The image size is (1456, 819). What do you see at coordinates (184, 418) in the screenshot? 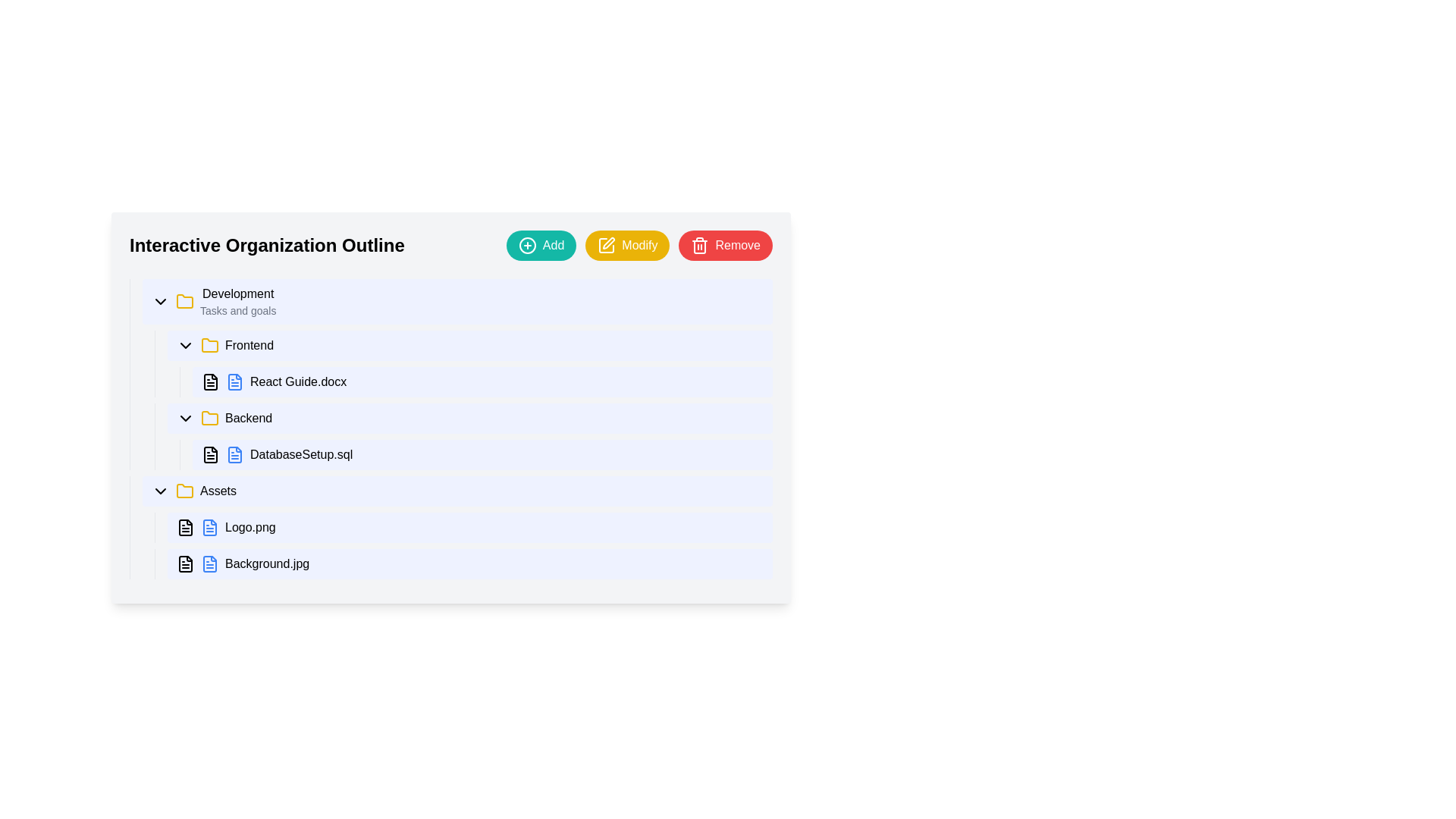
I see `the chevron icon indicating the collapsibility of the 'Backend' section` at bounding box center [184, 418].